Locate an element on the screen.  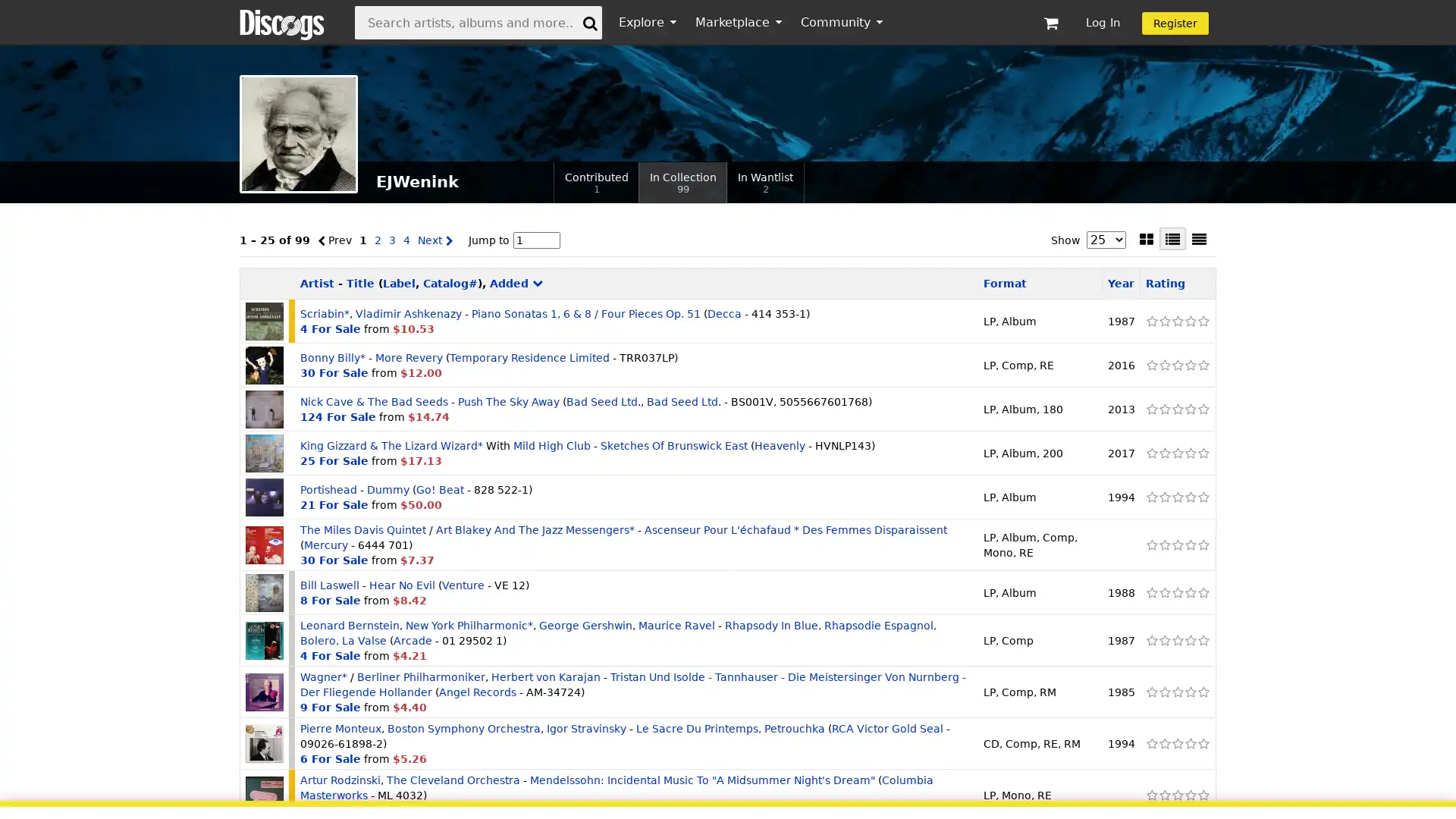
Rate this release 3 stars. is located at coordinates (1176, 795).